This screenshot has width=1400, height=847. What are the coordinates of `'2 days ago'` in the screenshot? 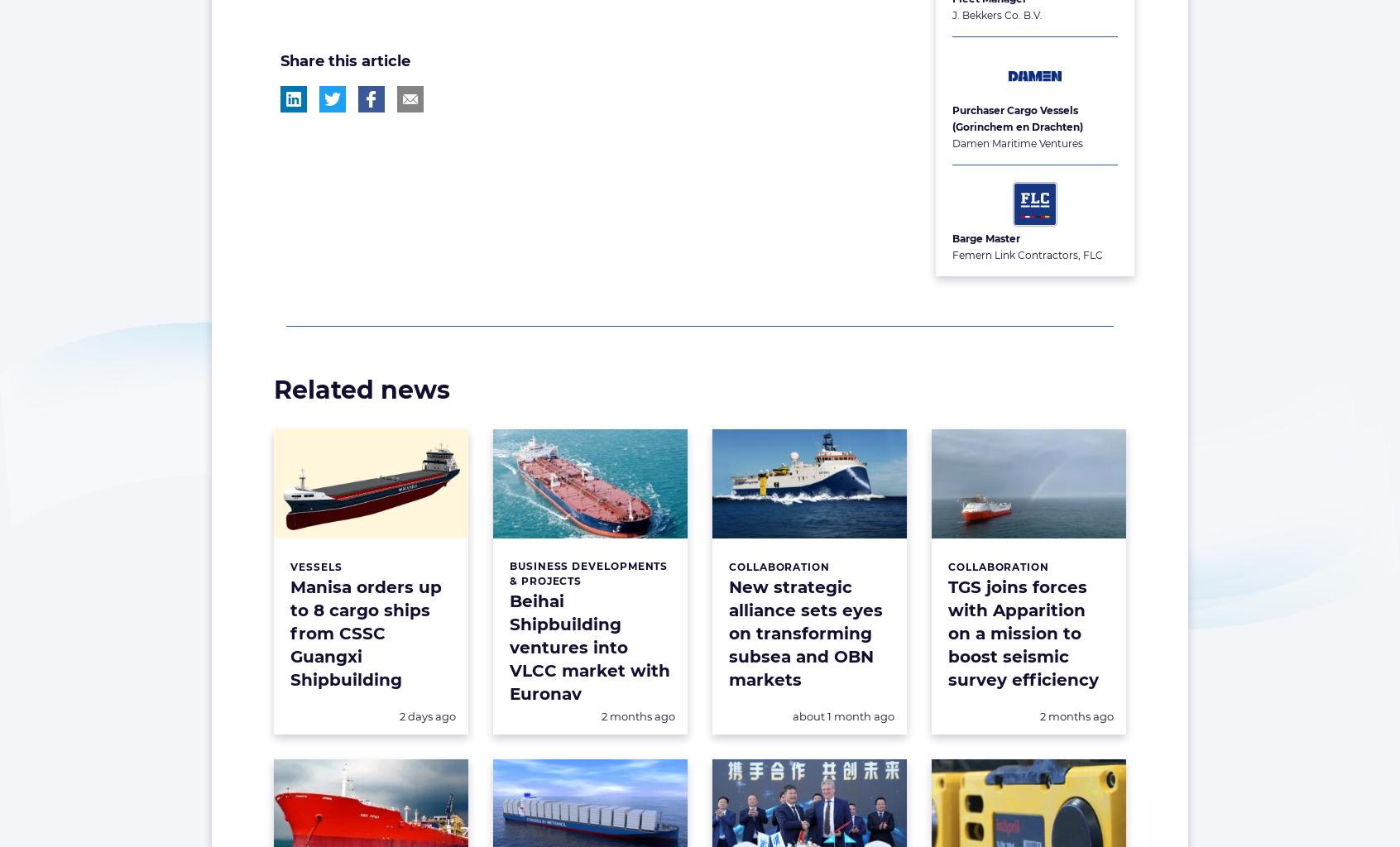 It's located at (428, 715).